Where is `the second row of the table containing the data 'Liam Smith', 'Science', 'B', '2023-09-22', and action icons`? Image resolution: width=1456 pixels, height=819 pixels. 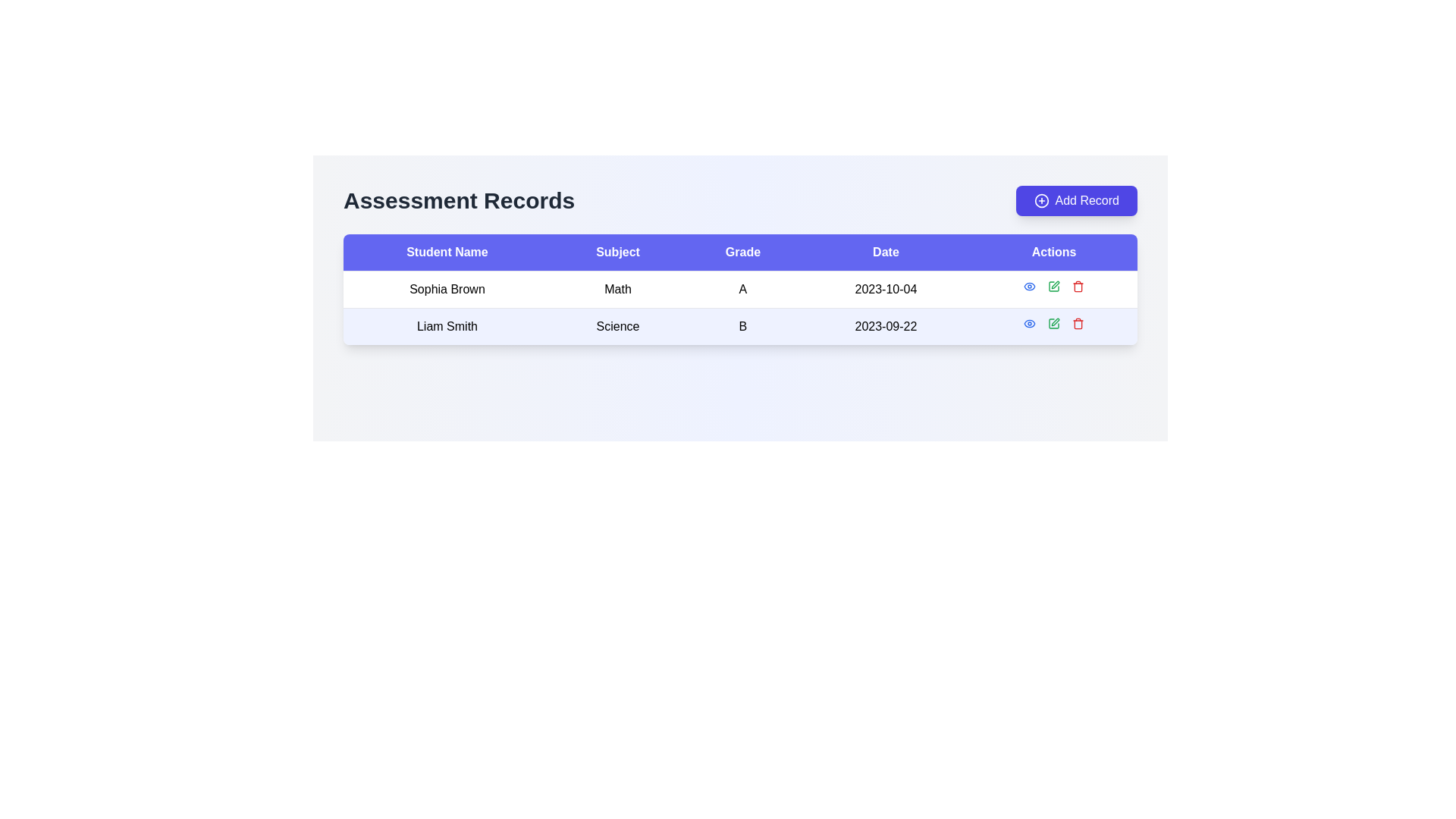 the second row of the table containing the data 'Liam Smith', 'Science', 'B', '2023-09-22', and action icons is located at coordinates (740, 325).